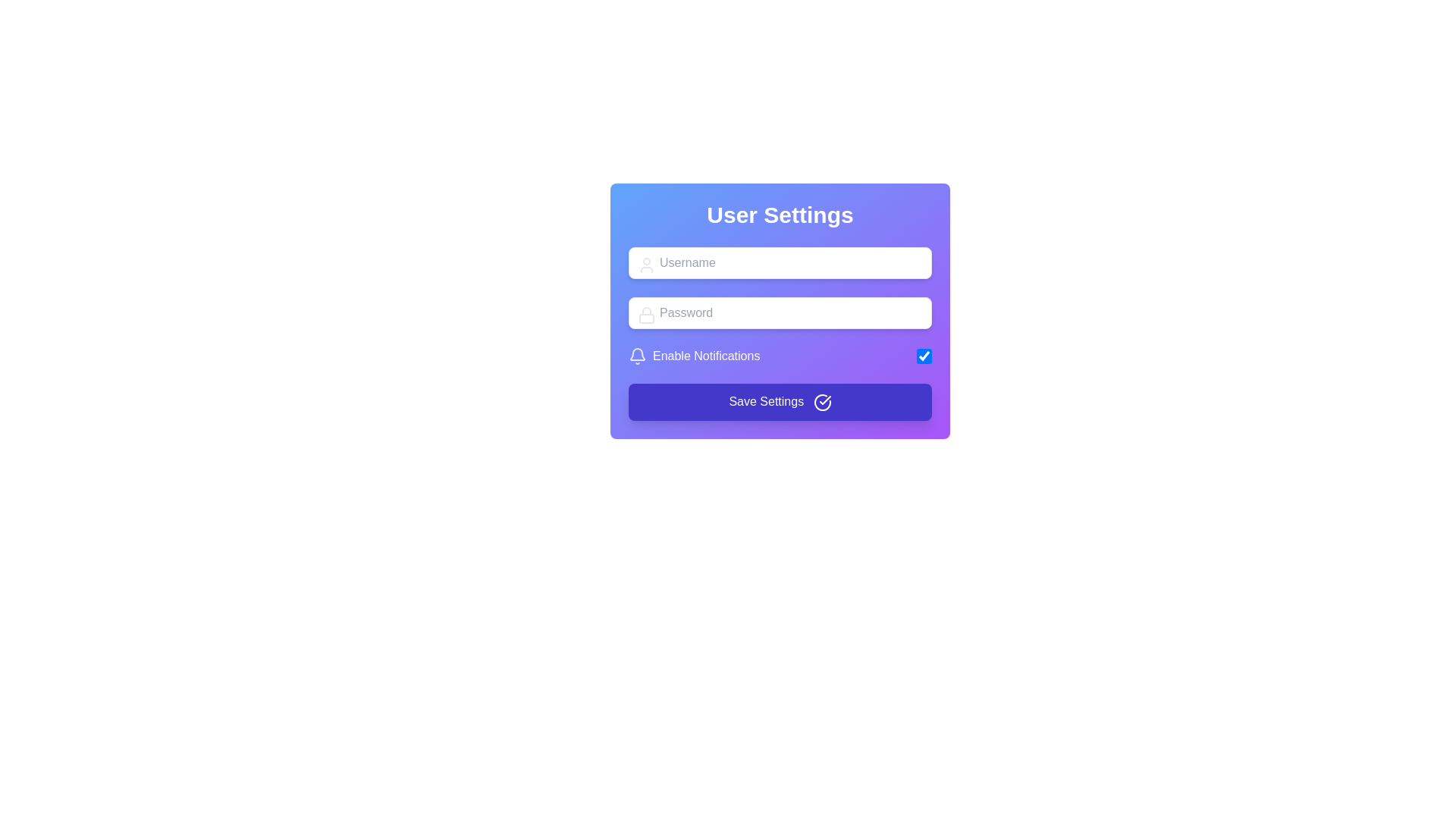 Image resolution: width=1456 pixels, height=819 pixels. Describe the element at coordinates (780, 312) in the screenshot. I see `the Password input field to focus on it for entering the password securely` at that location.